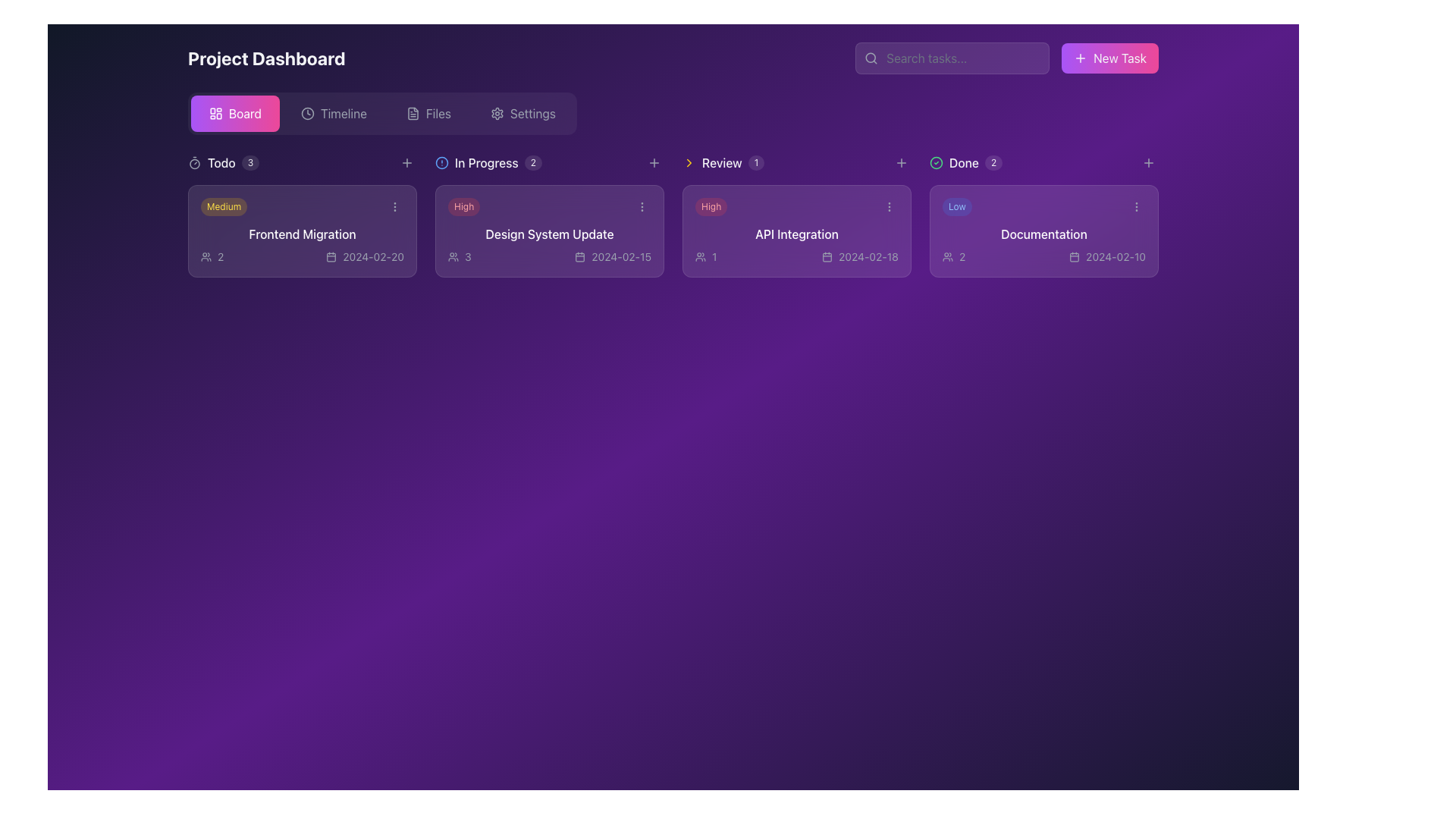 The width and height of the screenshot is (1456, 819). I want to click on the plus sign icon button located on the upper-right side of the interface, adjacent to the 'Done' section heading, so click(902, 163).